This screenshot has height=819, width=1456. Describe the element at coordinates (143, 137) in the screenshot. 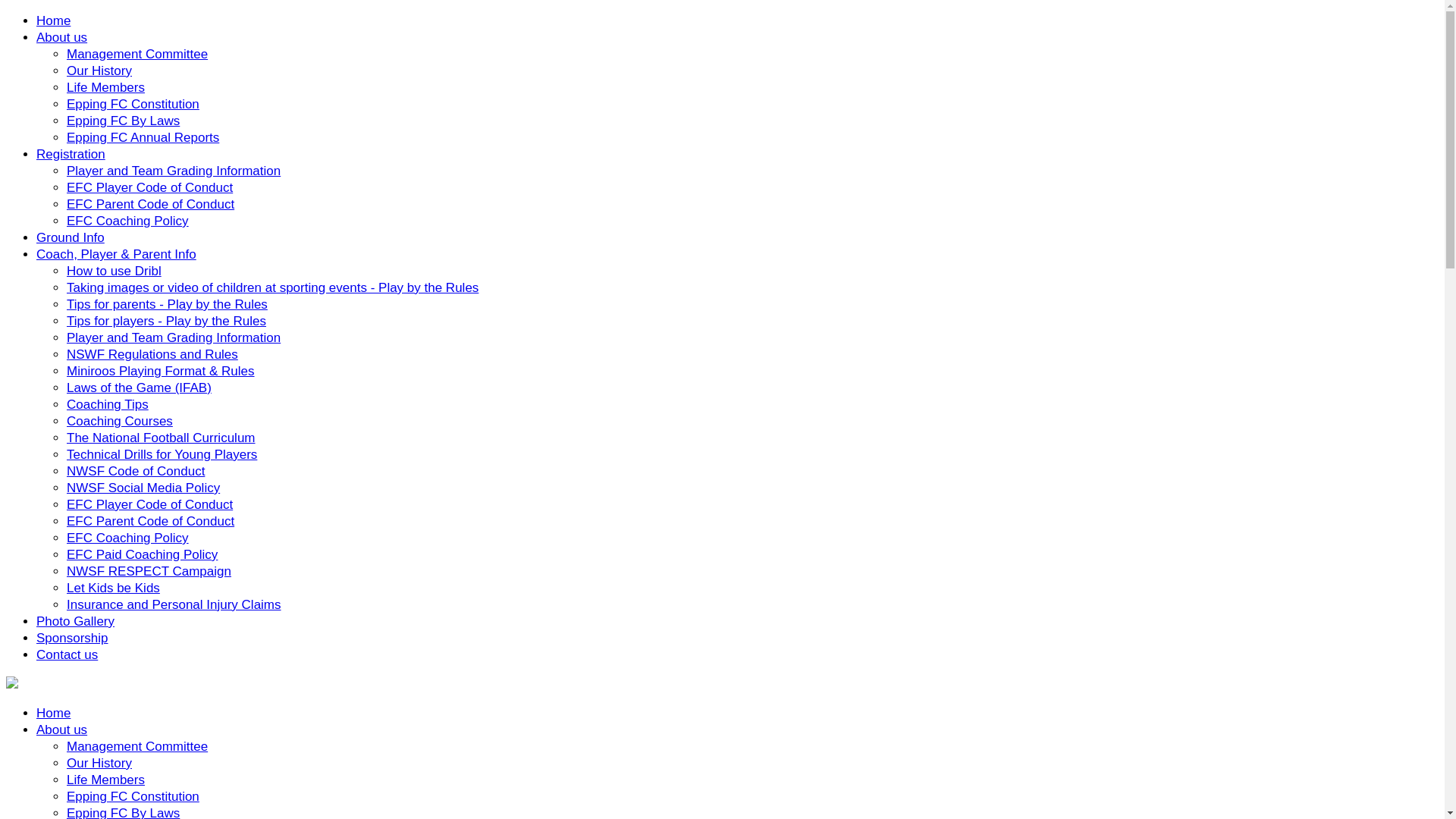

I see `'Epping FC Annual Reports'` at that location.